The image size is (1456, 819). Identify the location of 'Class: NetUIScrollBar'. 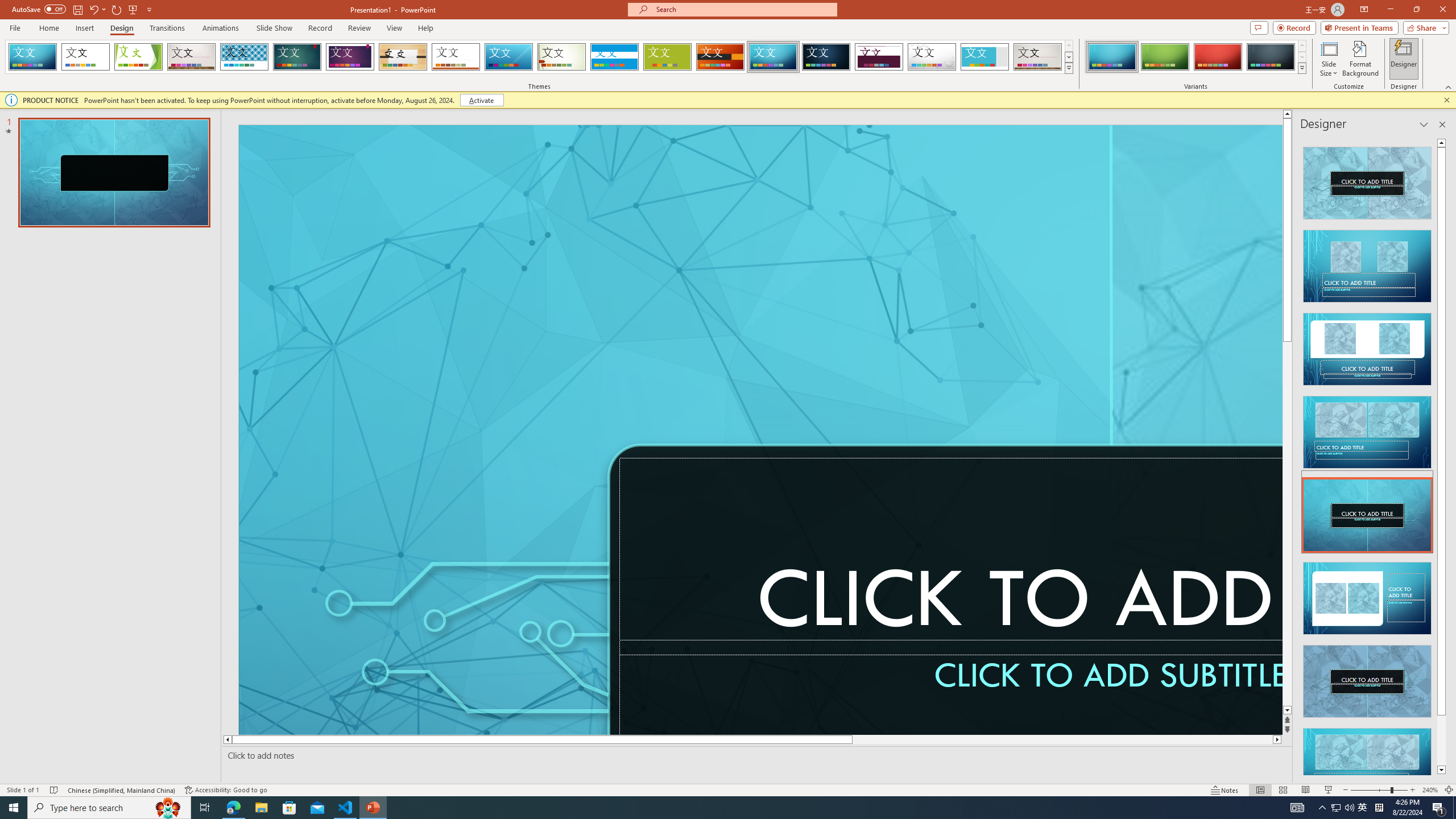
(1441, 456).